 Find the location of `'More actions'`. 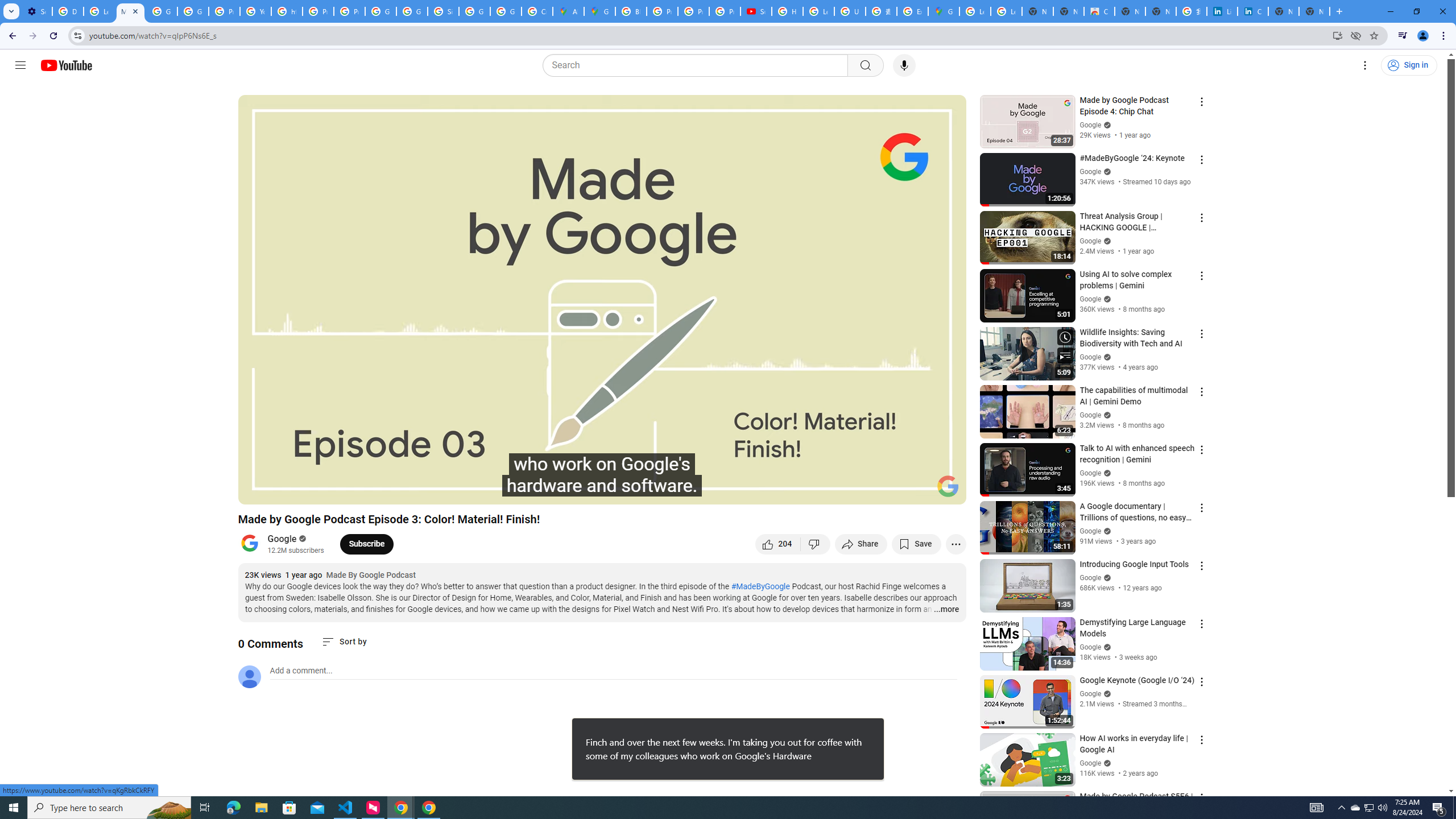

'More actions' is located at coordinates (955, 543).